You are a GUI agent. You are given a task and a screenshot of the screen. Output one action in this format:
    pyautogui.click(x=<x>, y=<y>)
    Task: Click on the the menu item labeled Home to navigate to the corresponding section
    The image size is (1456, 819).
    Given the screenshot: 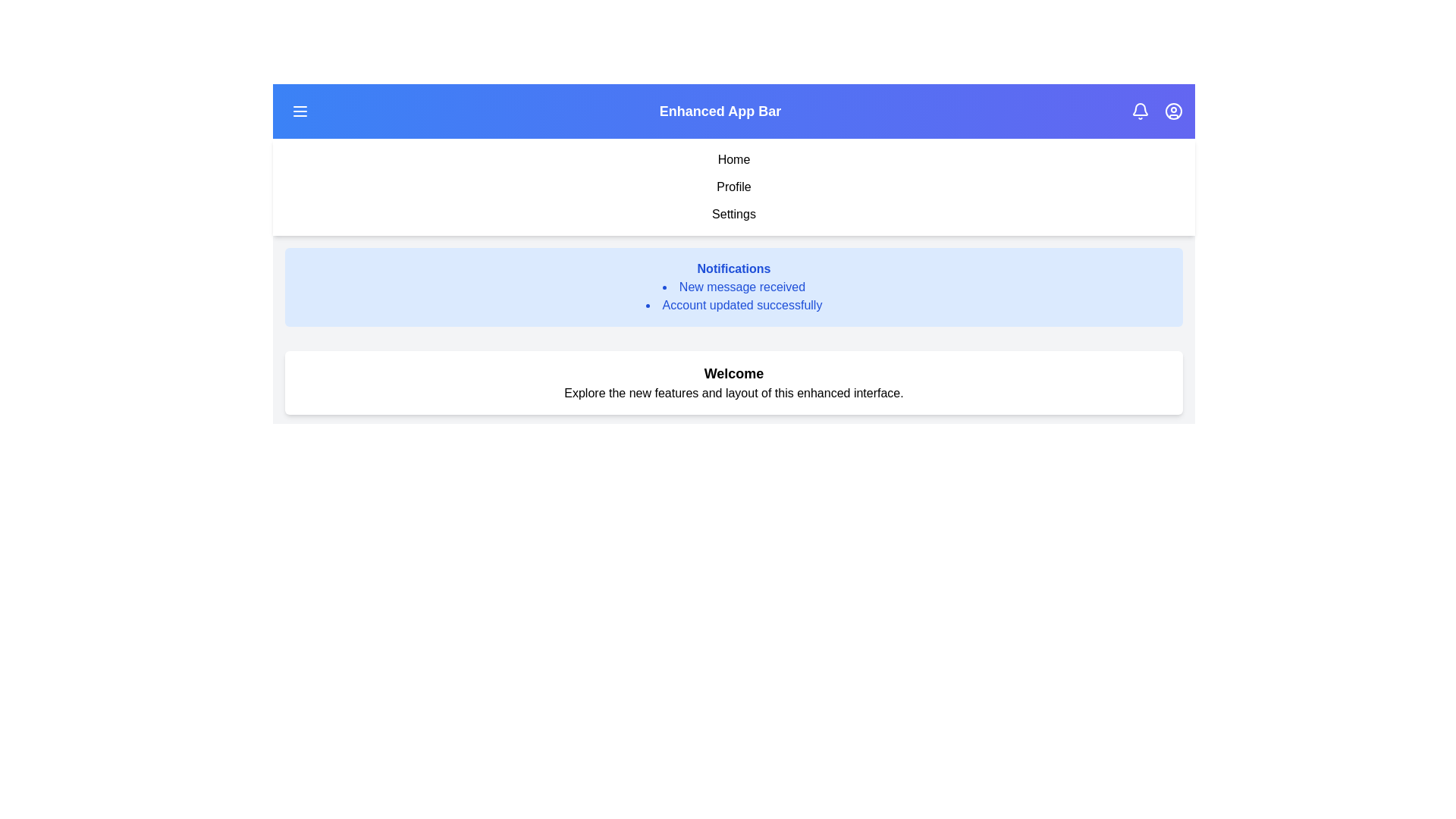 What is the action you would take?
    pyautogui.click(x=734, y=160)
    